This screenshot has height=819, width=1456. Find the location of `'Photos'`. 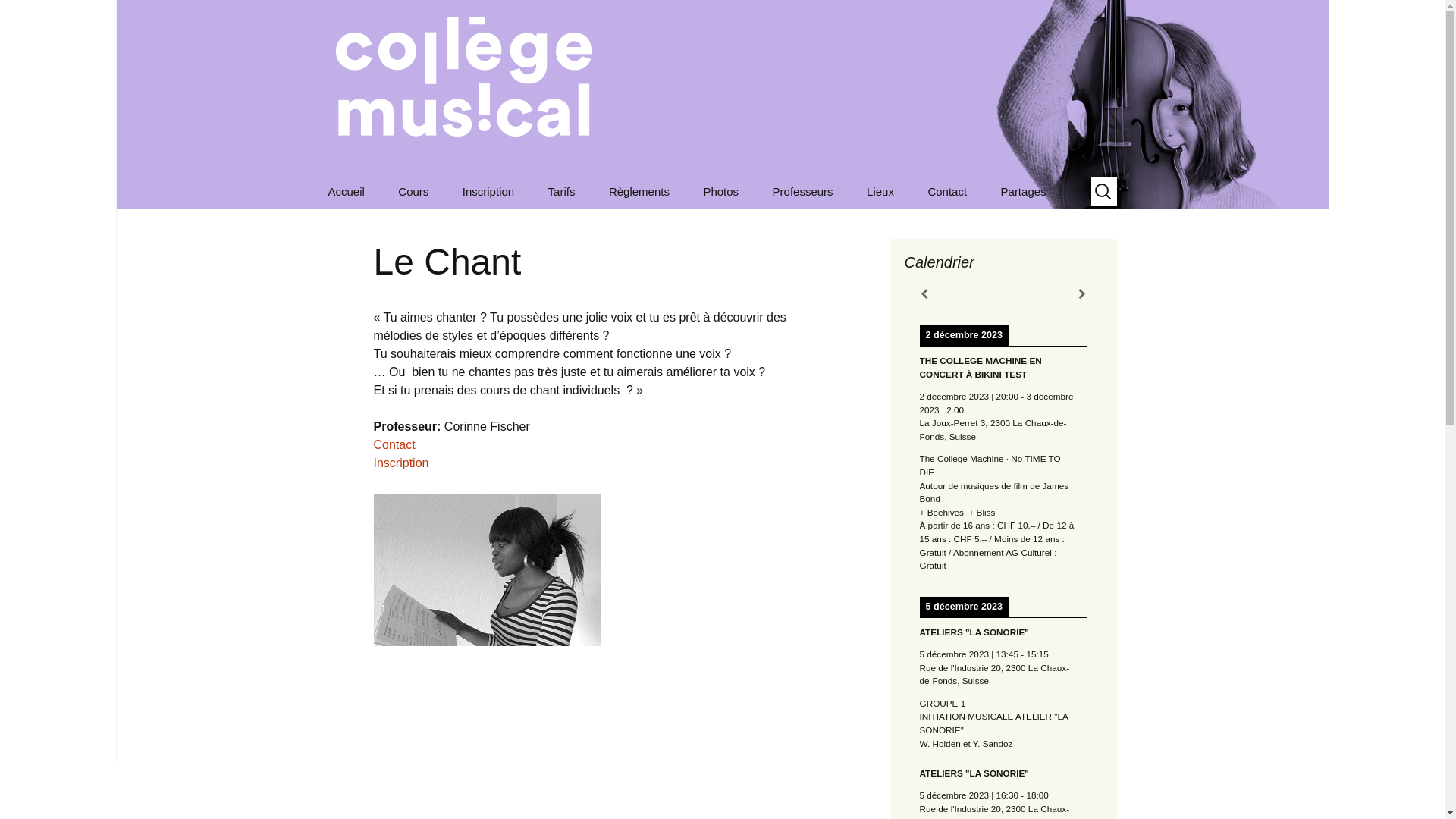

'Photos' is located at coordinates (720, 190).